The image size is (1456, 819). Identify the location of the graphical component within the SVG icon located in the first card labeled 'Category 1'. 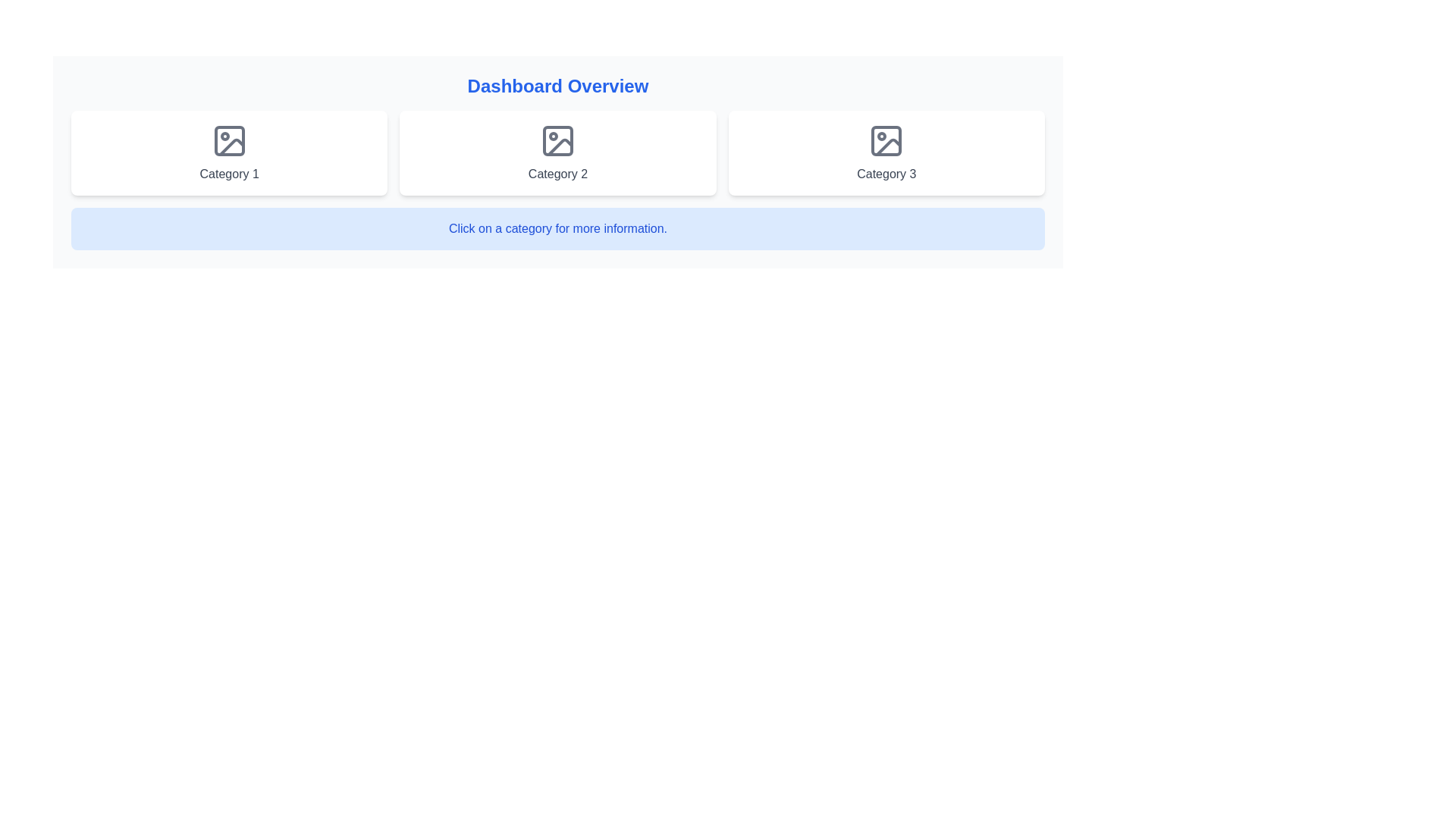
(228, 140).